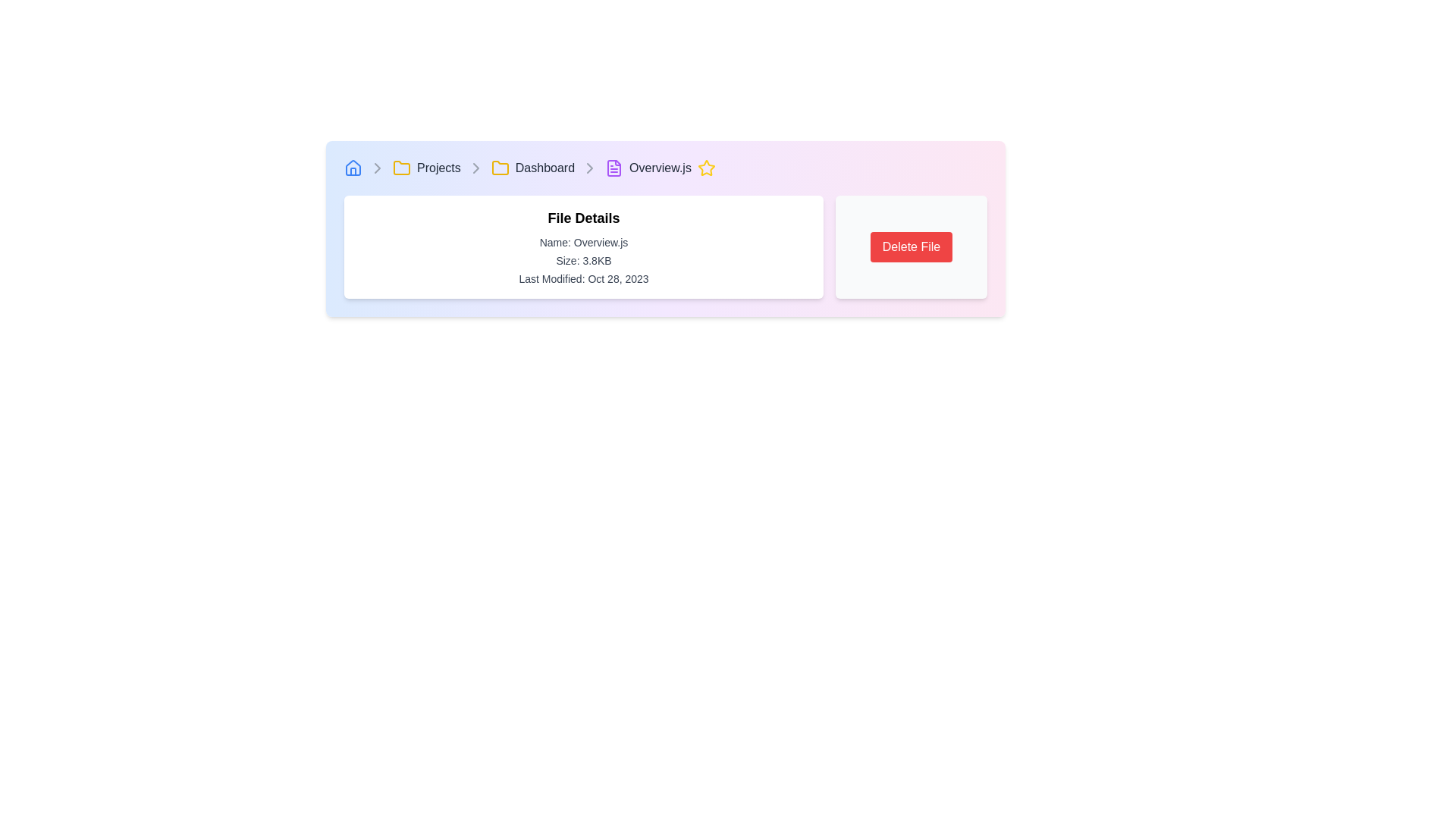 Image resolution: width=1456 pixels, height=819 pixels. Describe the element at coordinates (614, 168) in the screenshot. I see `the breadcrumb icon representing the file 'Overview.js' in the navigation bar to identify the current location within the file system` at that location.